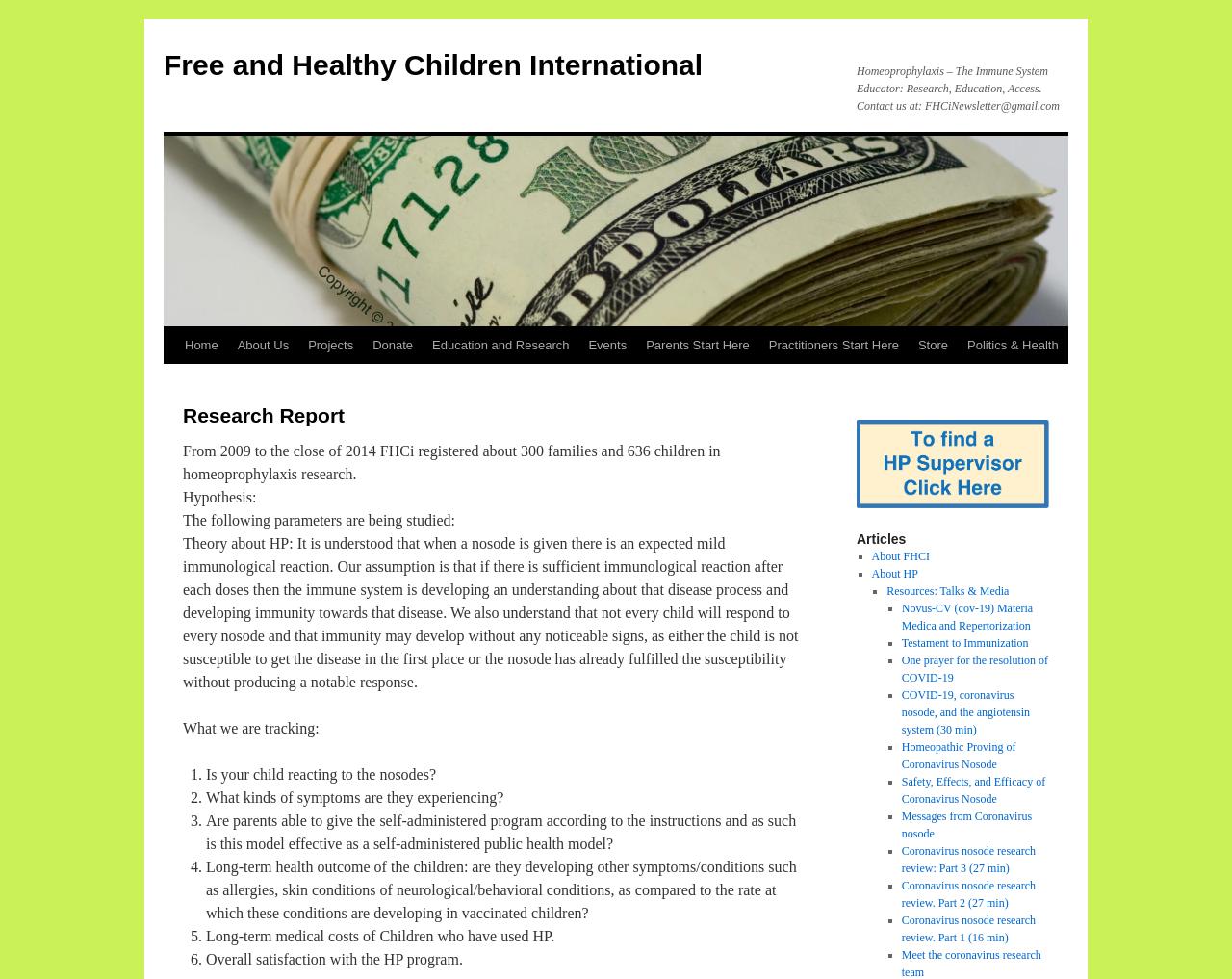 This screenshot has height=979, width=1232. I want to click on 'Long-term medical costs of Children who have used HP.', so click(380, 936).